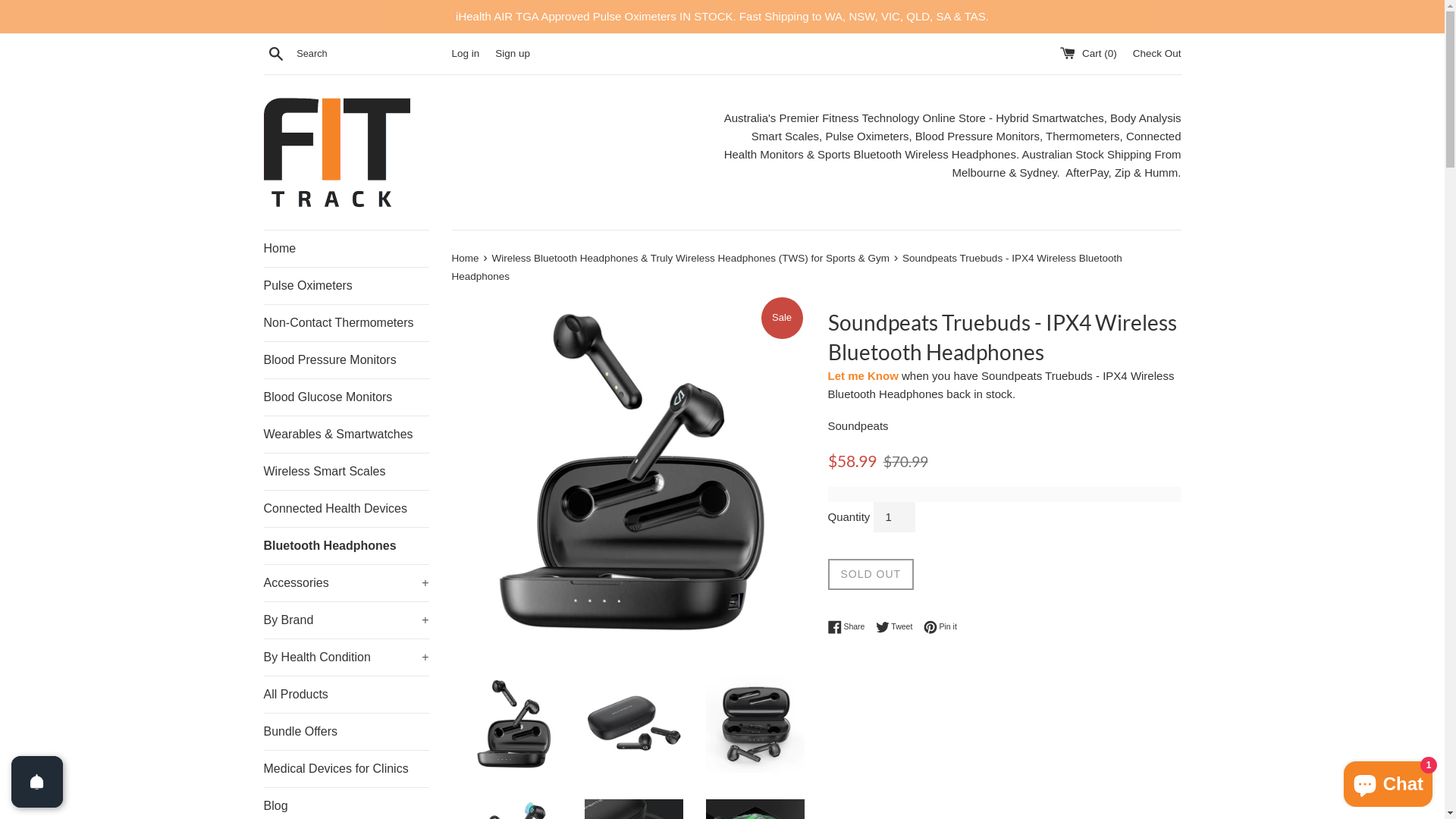 The height and width of the screenshot is (819, 1456). I want to click on 'All Products', so click(263, 694).